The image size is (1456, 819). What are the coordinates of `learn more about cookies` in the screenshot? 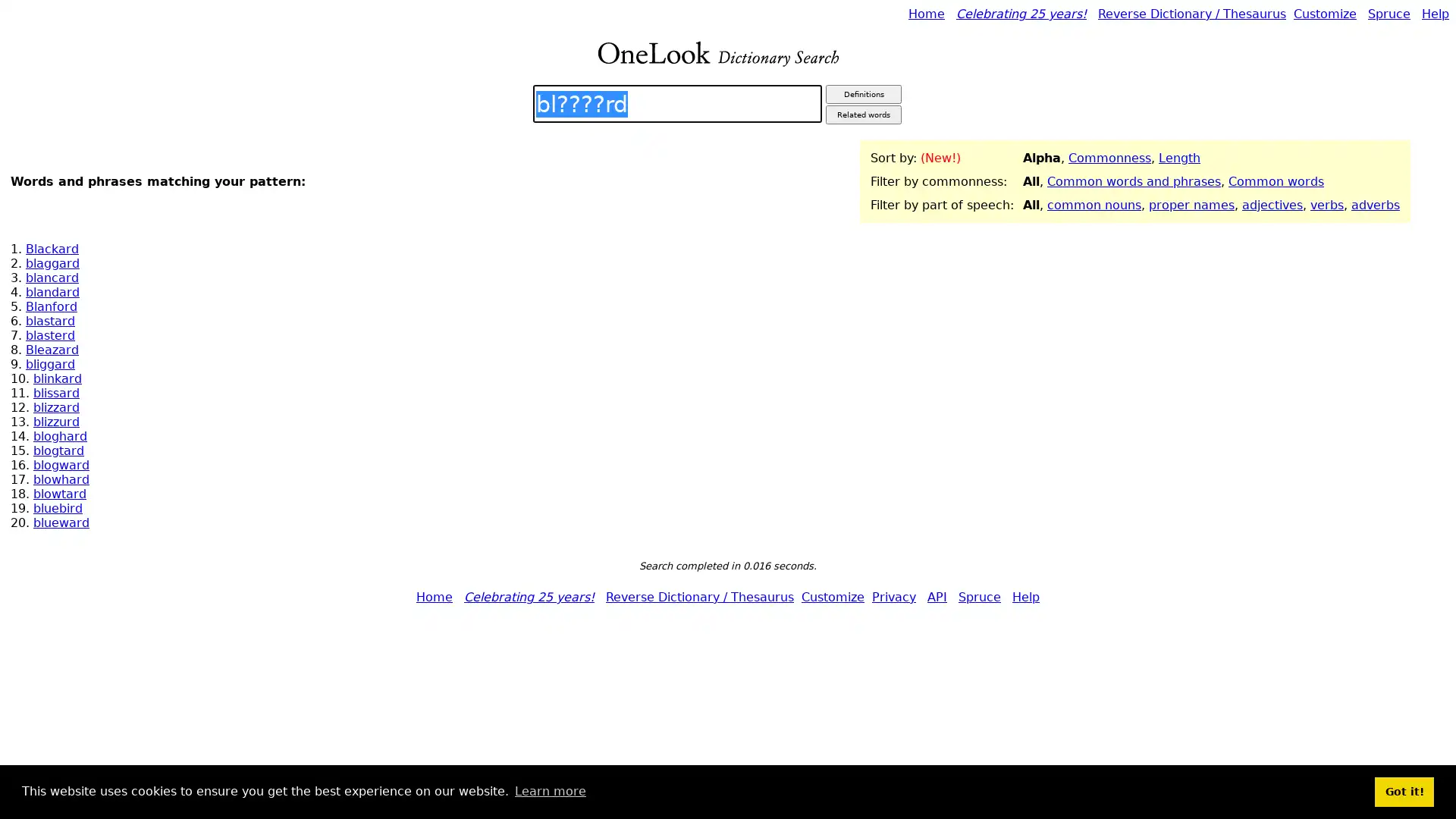 It's located at (549, 791).